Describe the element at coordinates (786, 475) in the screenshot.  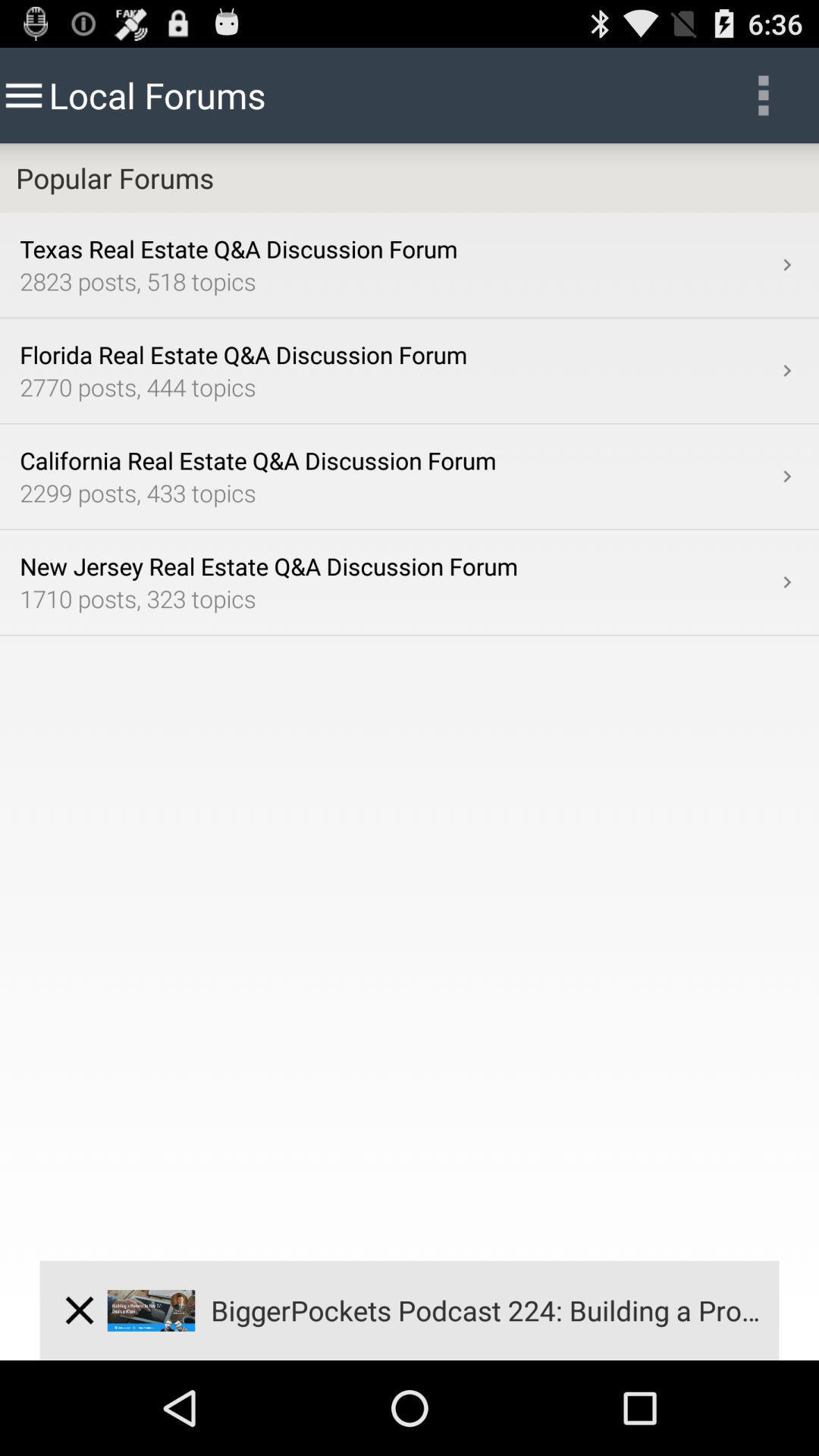
I see `the app next to california real estate` at that location.